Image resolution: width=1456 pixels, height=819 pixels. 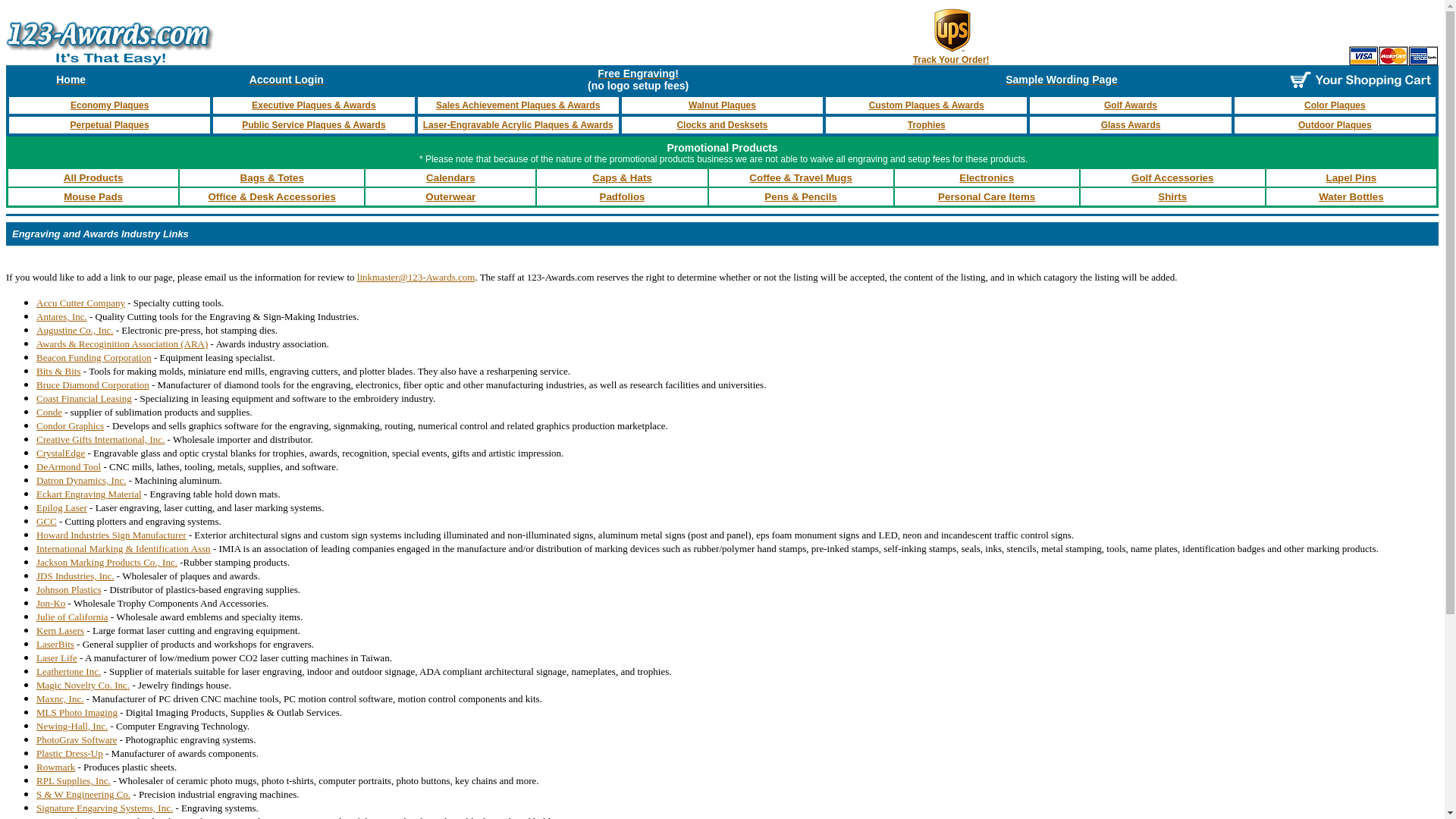 What do you see at coordinates (57, 656) in the screenshot?
I see `'Laser Life'` at bounding box center [57, 656].